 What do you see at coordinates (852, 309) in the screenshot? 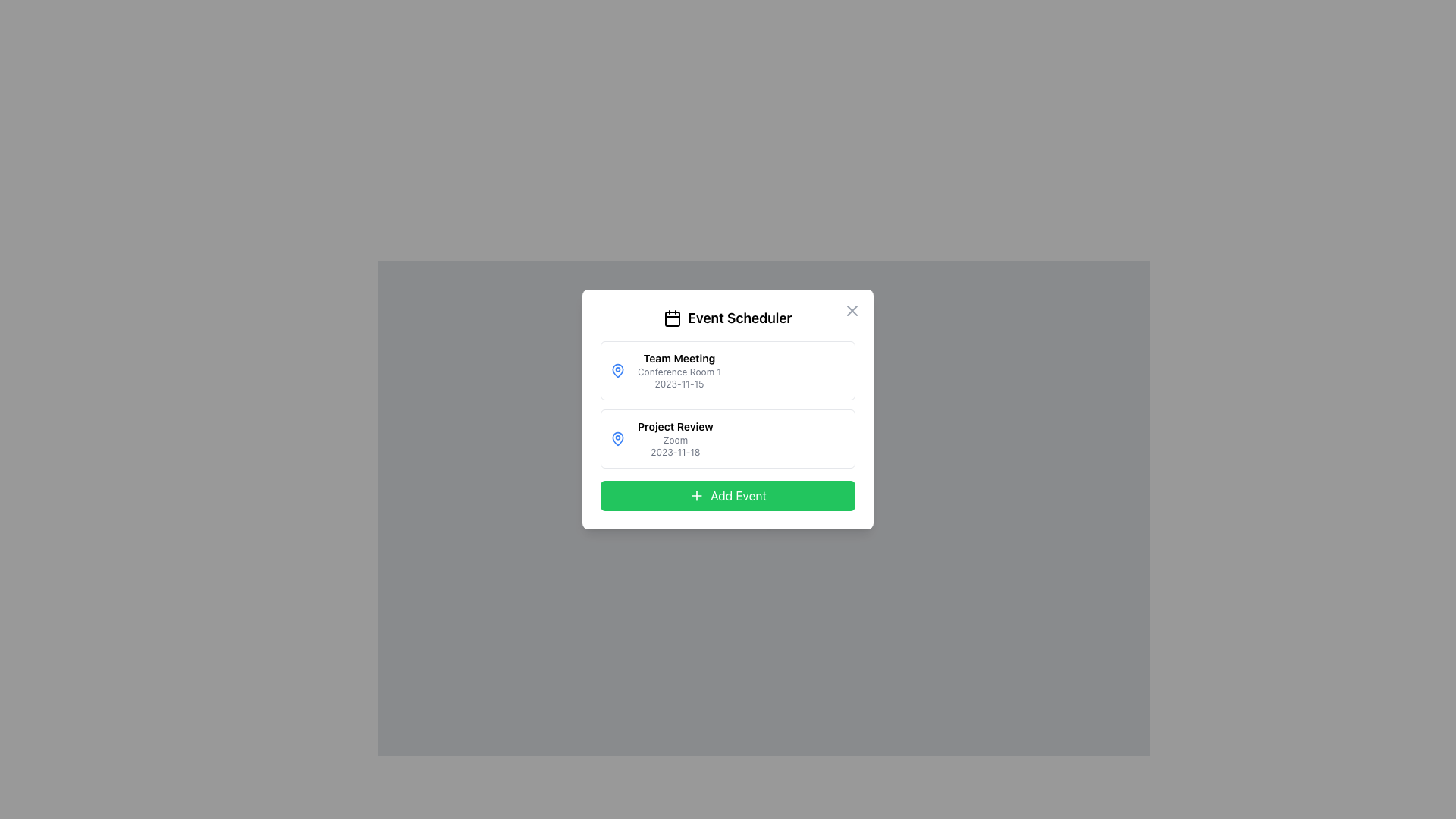
I see `the close button located at the top-right corner of the 'Event Scheduler' card to change its appearance` at bounding box center [852, 309].